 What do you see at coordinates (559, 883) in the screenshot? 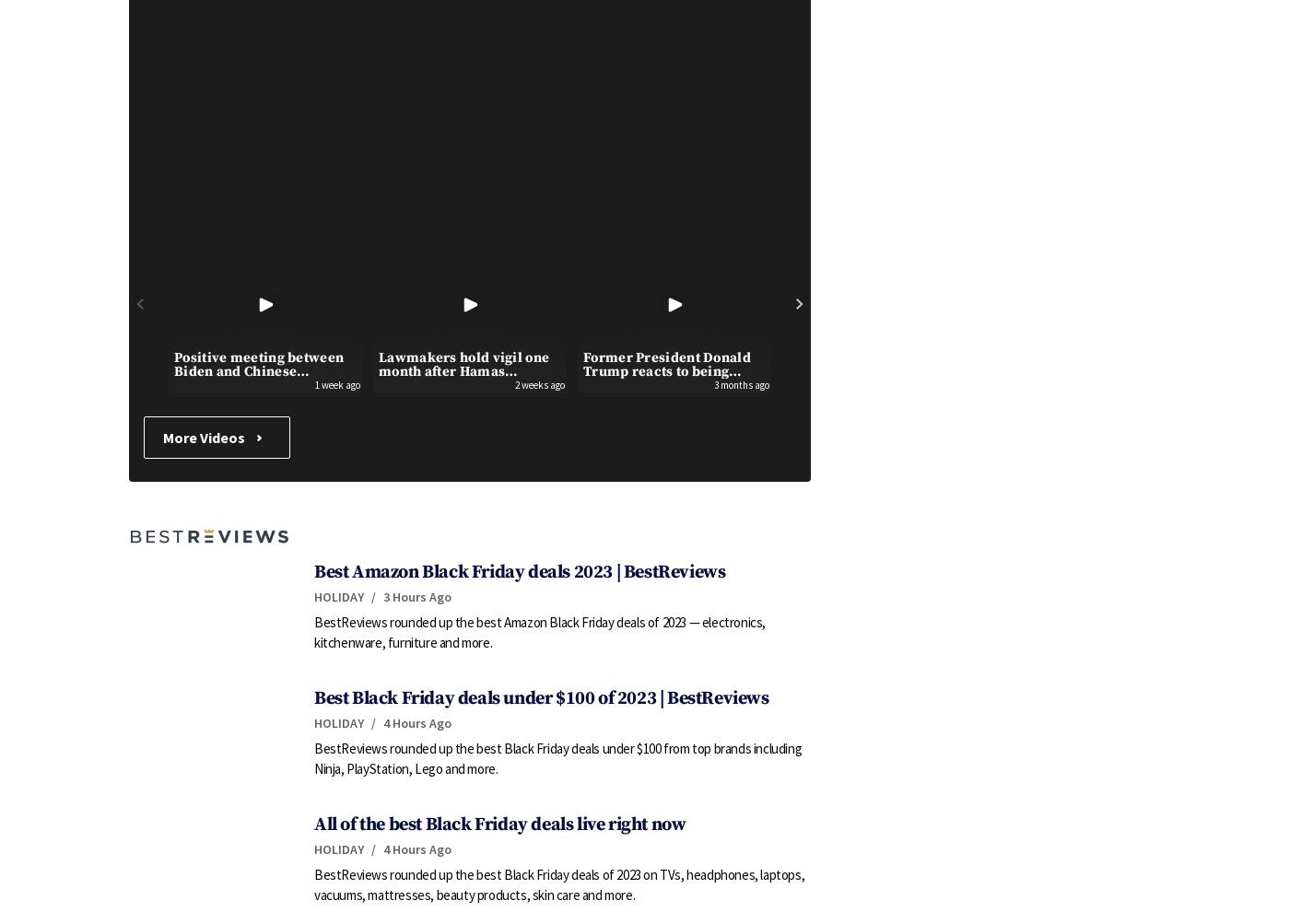
I see `'BestReviews rounded up the best Black Friday deals of 2023 on TVs, headphones, laptops, vacuums, mattresses, beauty products, skin care and more.'` at bounding box center [559, 883].